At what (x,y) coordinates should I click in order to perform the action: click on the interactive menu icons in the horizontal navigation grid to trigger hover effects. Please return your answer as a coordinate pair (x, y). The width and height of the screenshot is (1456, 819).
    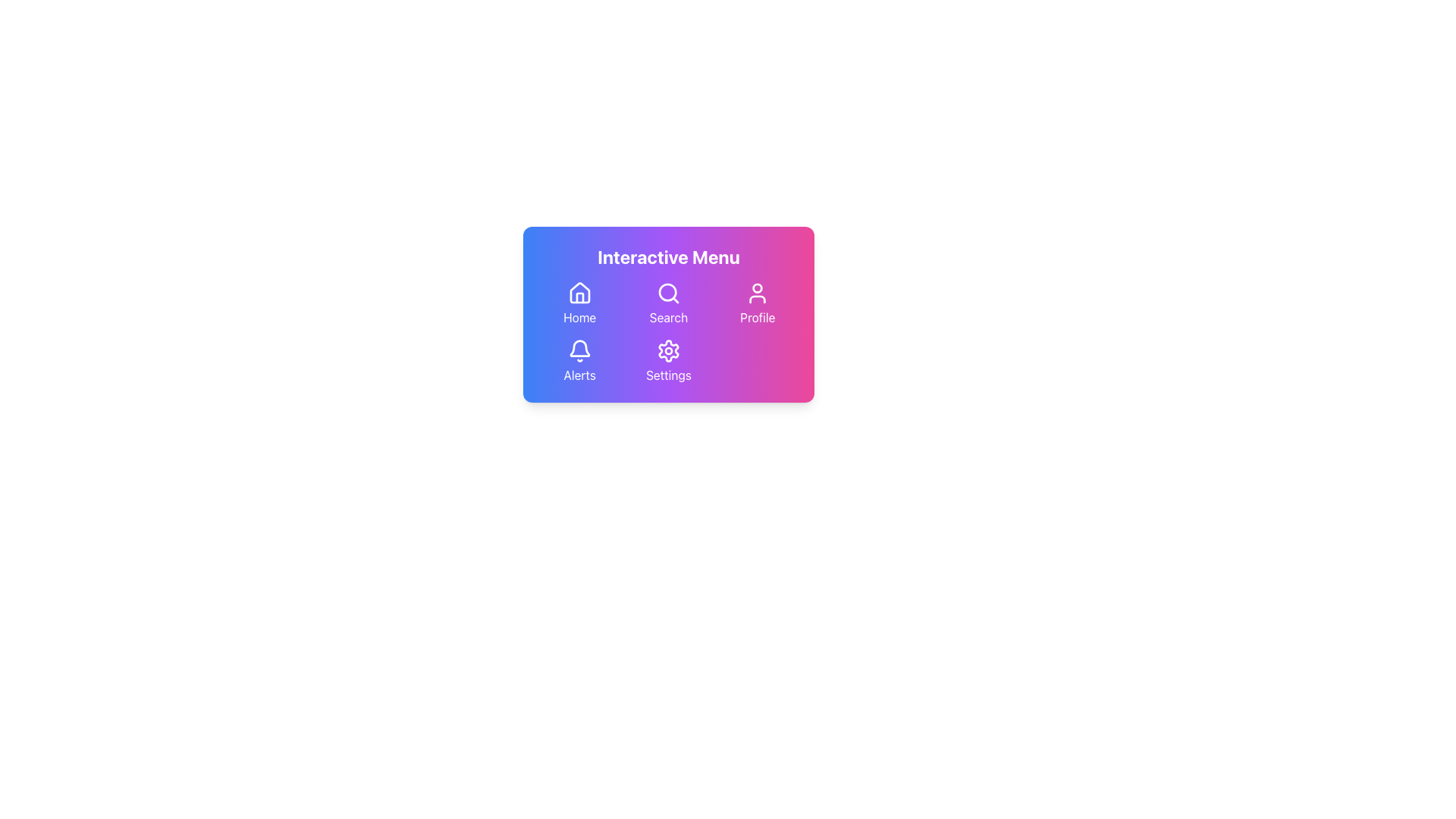
    Looking at the image, I should click on (668, 332).